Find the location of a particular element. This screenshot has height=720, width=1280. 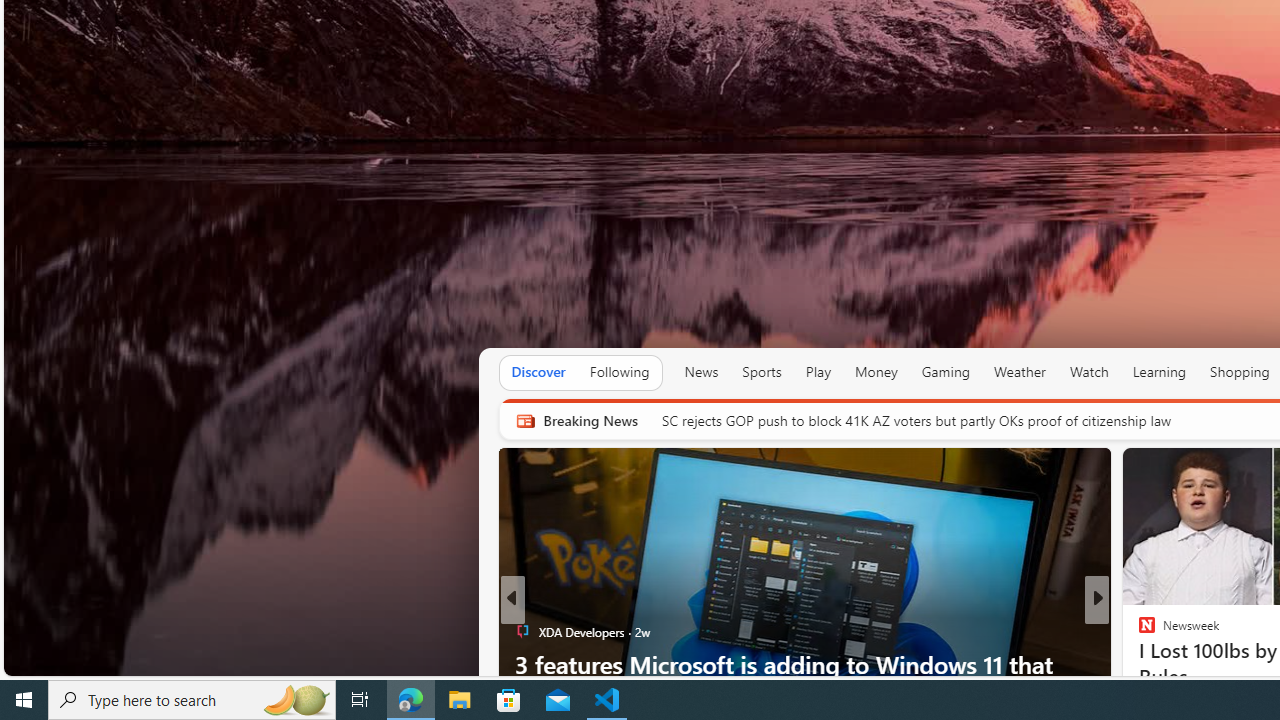

'INSIDER' is located at coordinates (1138, 632).